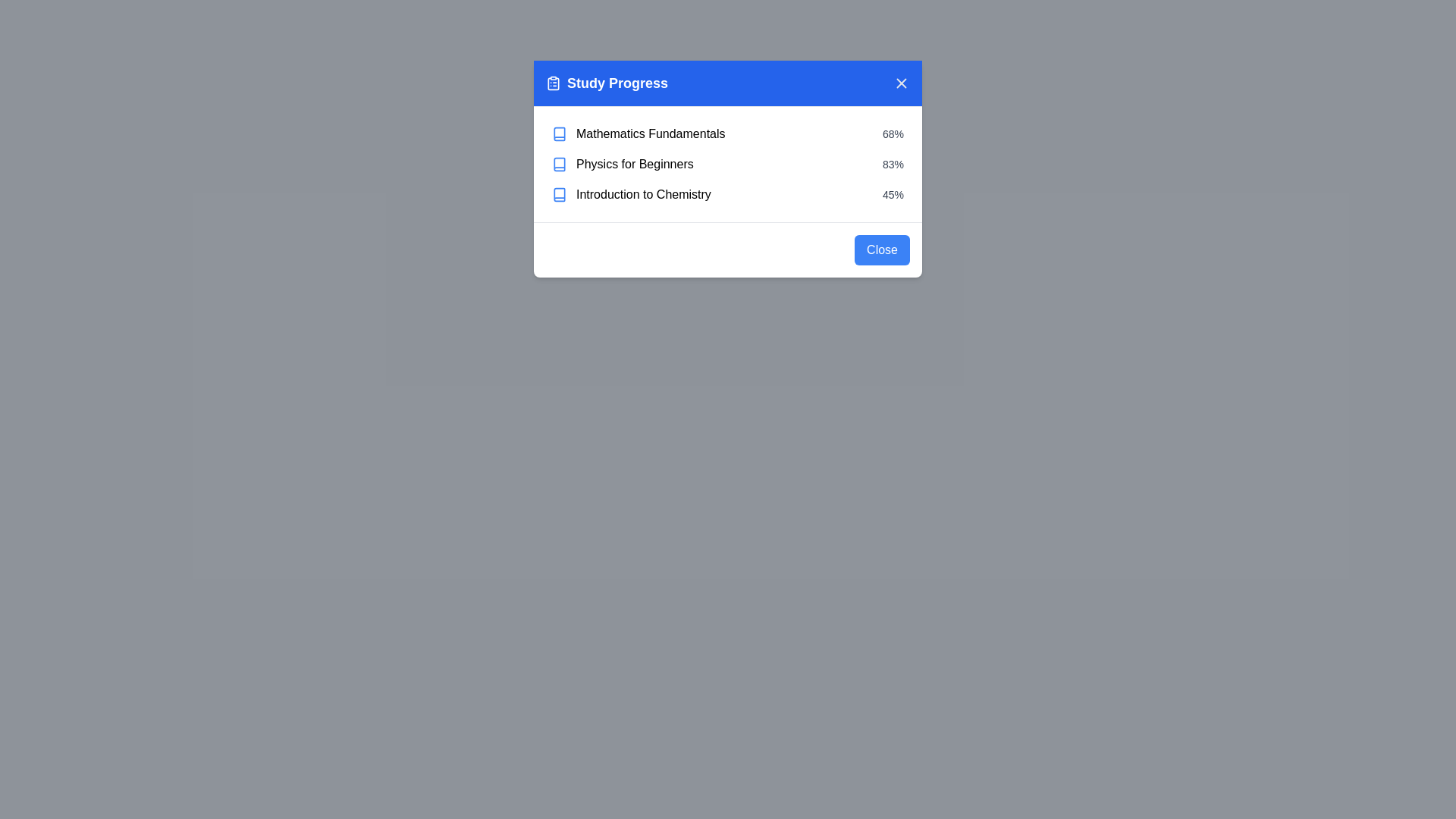 The width and height of the screenshot is (1456, 819). What do you see at coordinates (559, 194) in the screenshot?
I see `the icon representing 'Introduction to Chemistry' in the study progress list` at bounding box center [559, 194].